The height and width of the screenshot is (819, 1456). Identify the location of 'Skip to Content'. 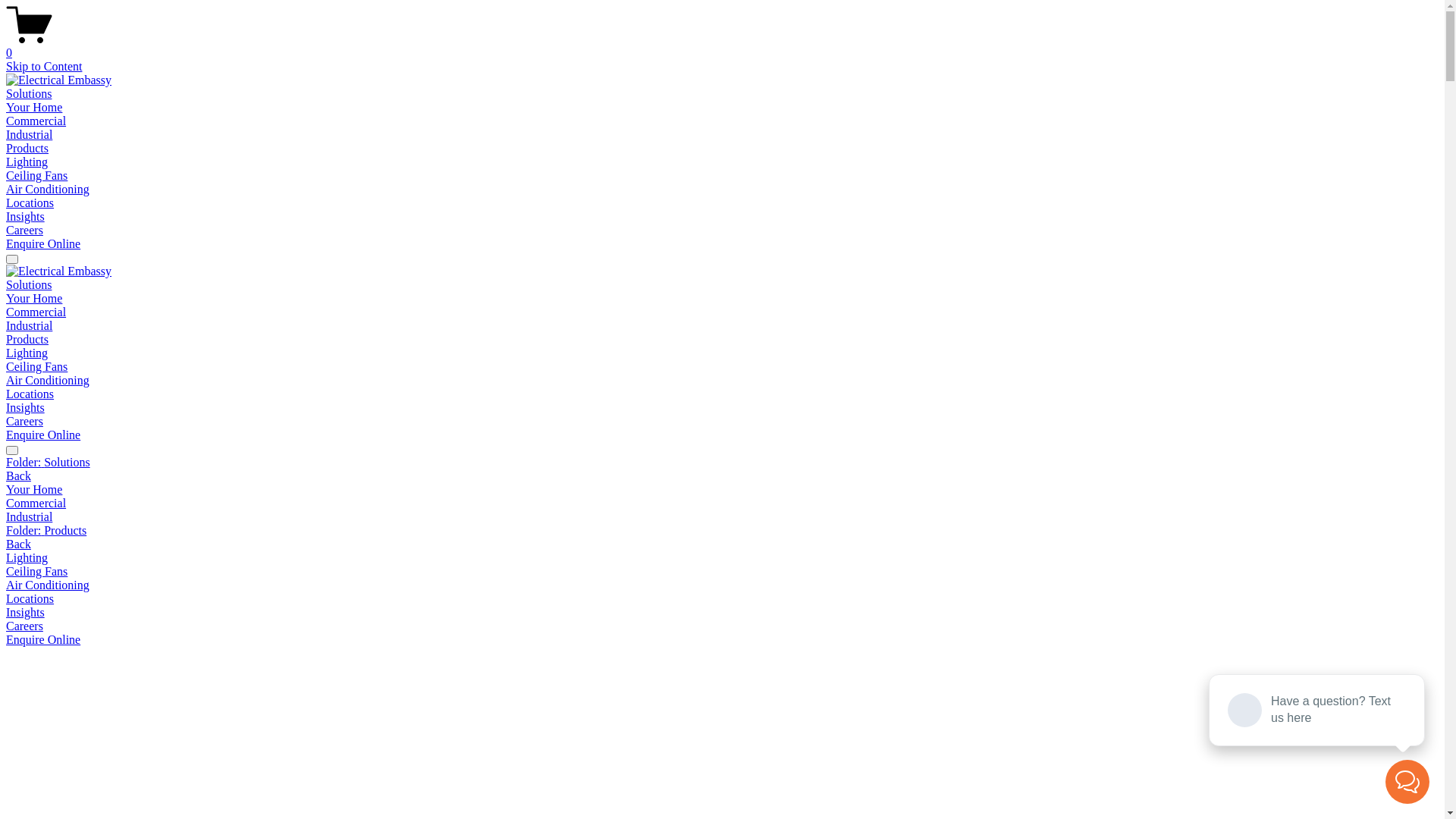
(6, 65).